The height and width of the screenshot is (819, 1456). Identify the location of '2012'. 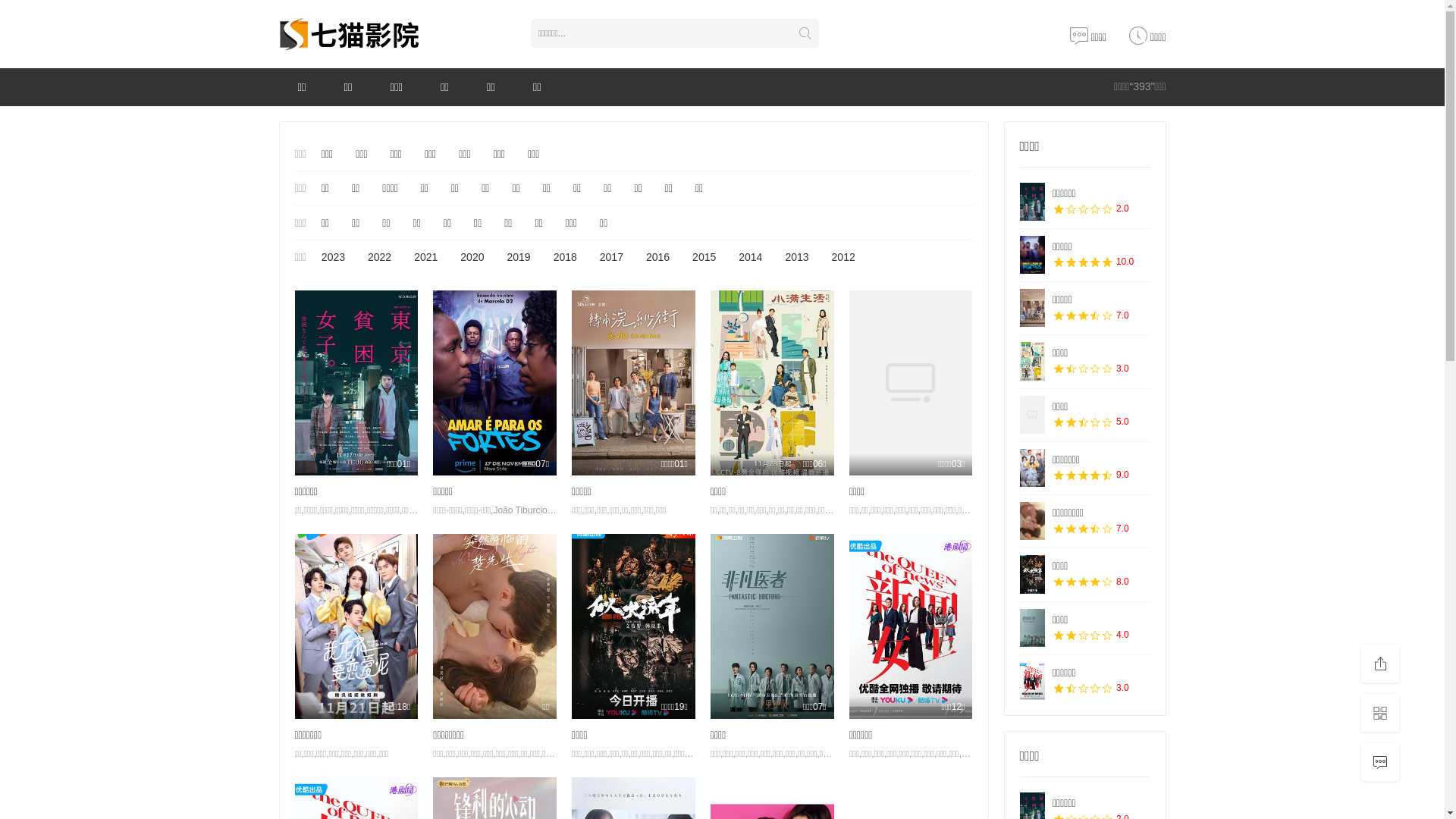
(823, 256).